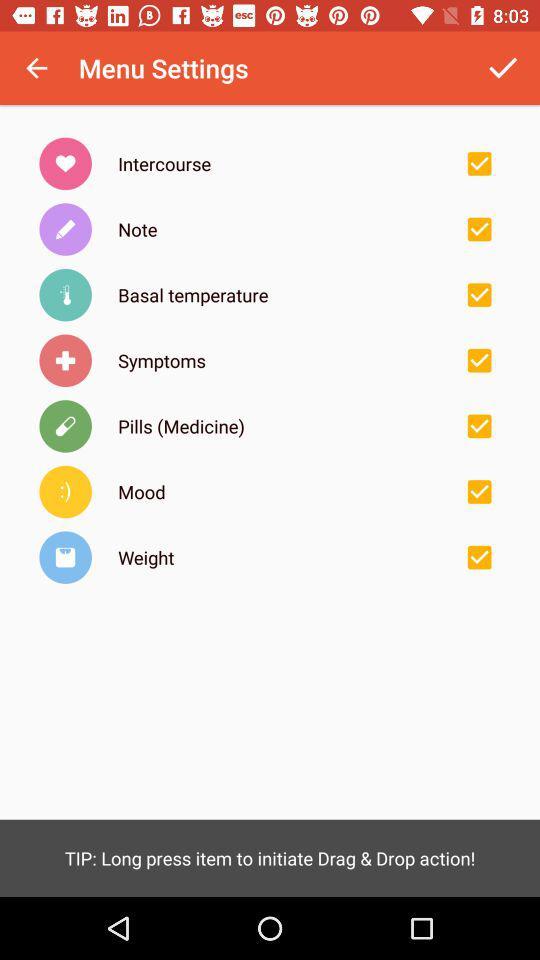 The width and height of the screenshot is (540, 960). Describe the element at coordinates (478, 360) in the screenshot. I see `remove symptoms menu` at that location.